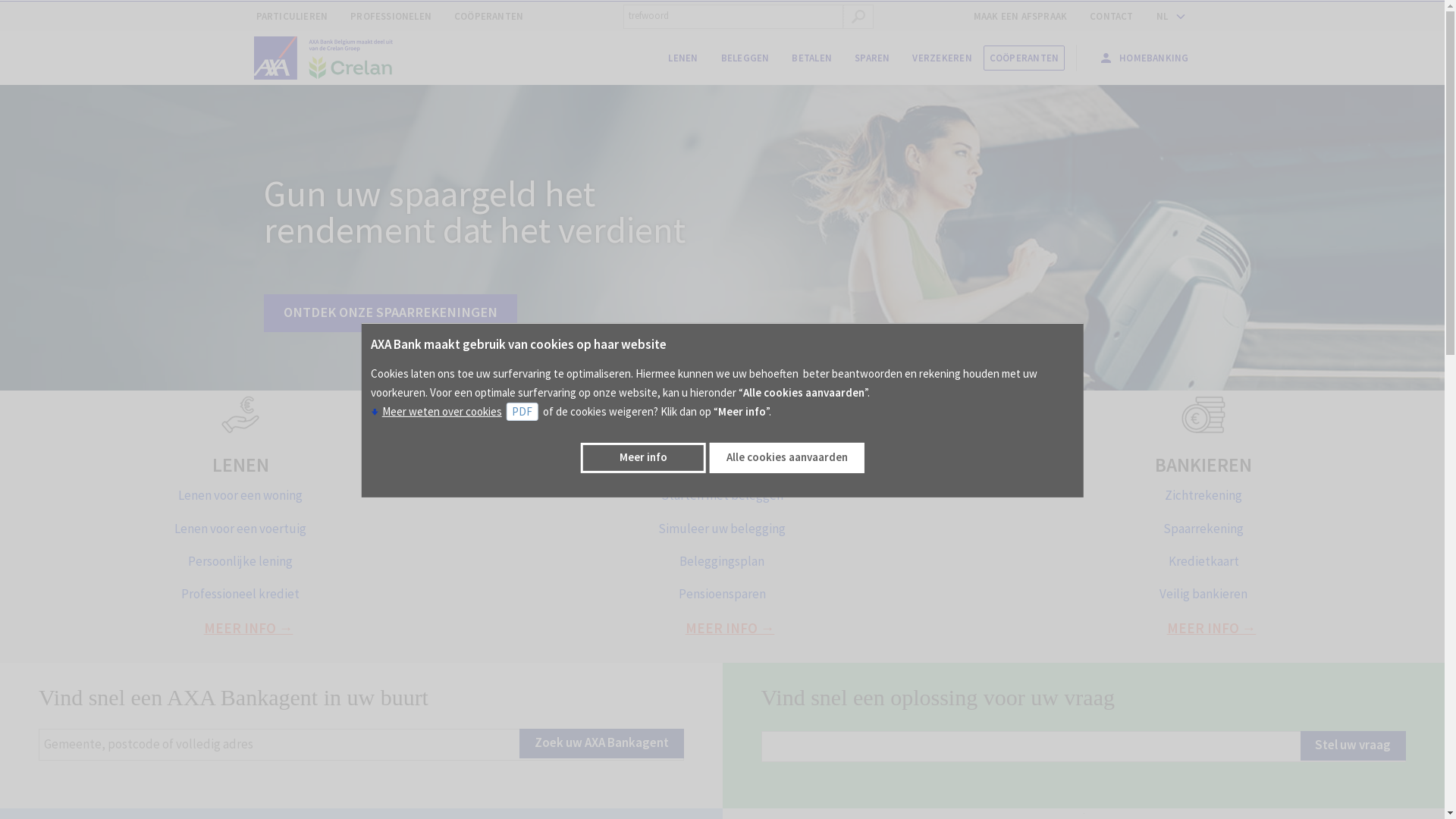  Describe the element at coordinates (391, 16) in the screenshot. I see `'PROFESSIONELEN'` at that location.